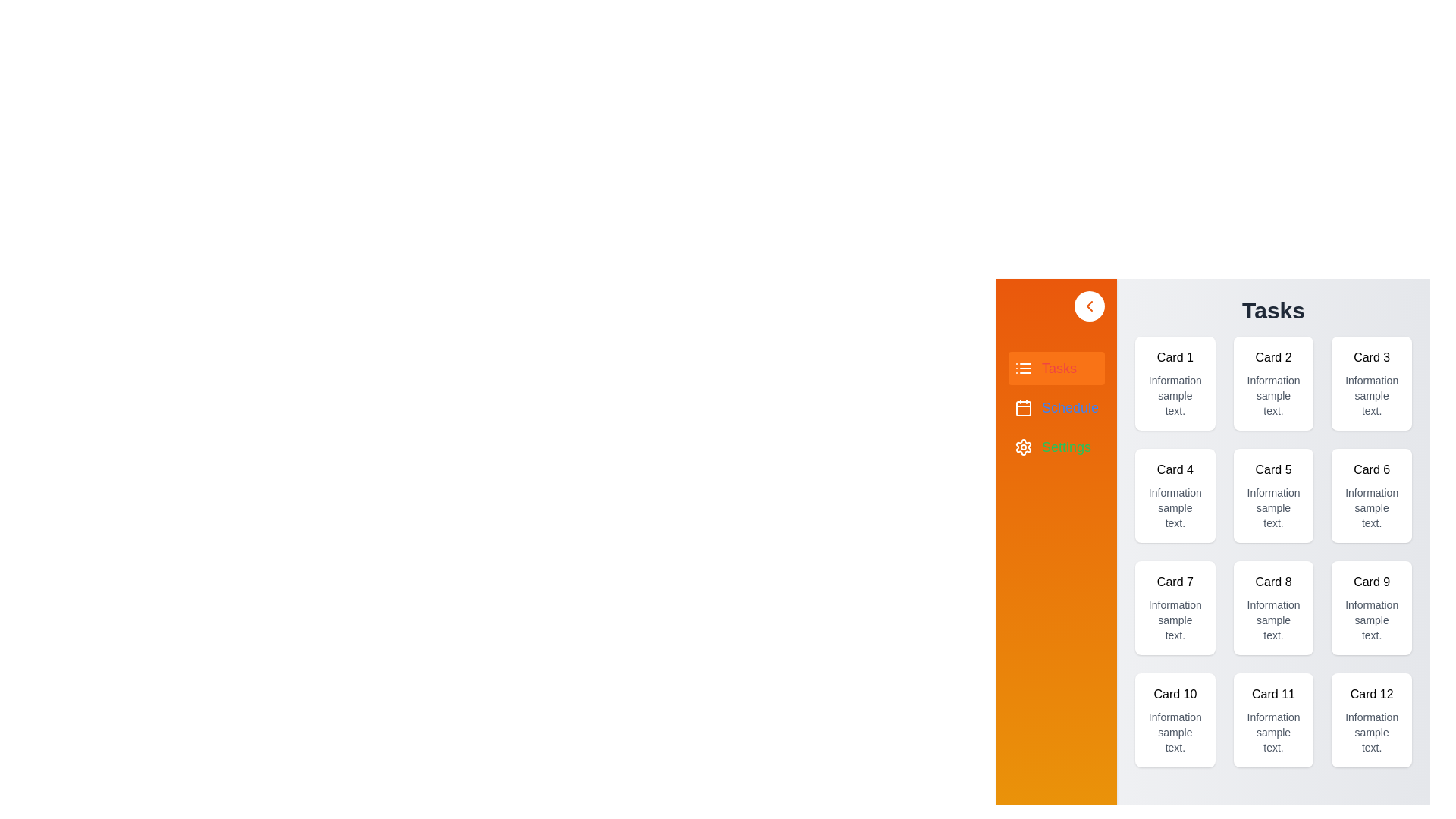 This screenshot has width=1456, height=819. What do you see at coordinates (1089, 306) in the screenshot?
I see `toggle button to open or close the drawer` at bounding box center [1089, 306].